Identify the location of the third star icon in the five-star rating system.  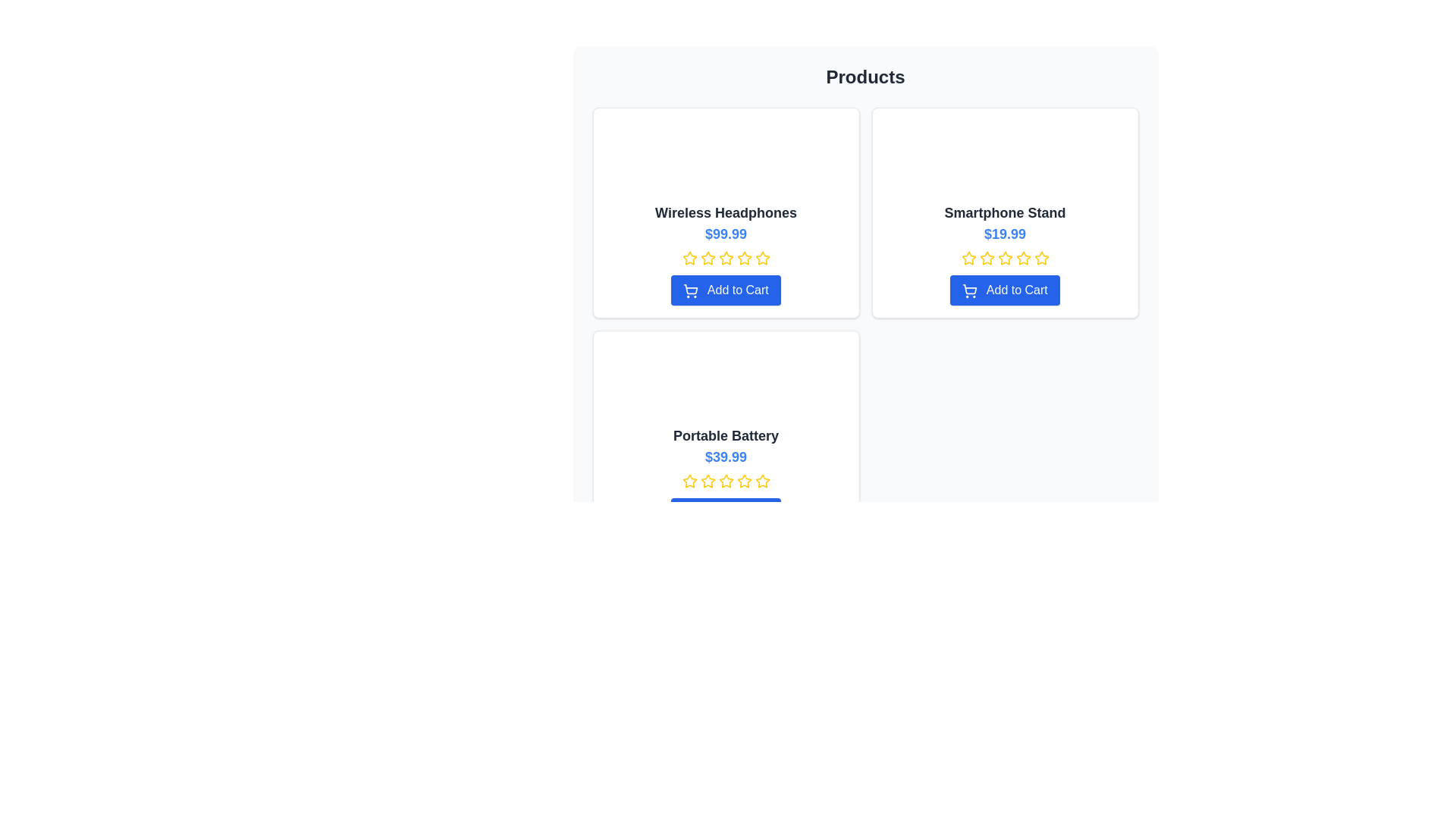
(1022, 256).